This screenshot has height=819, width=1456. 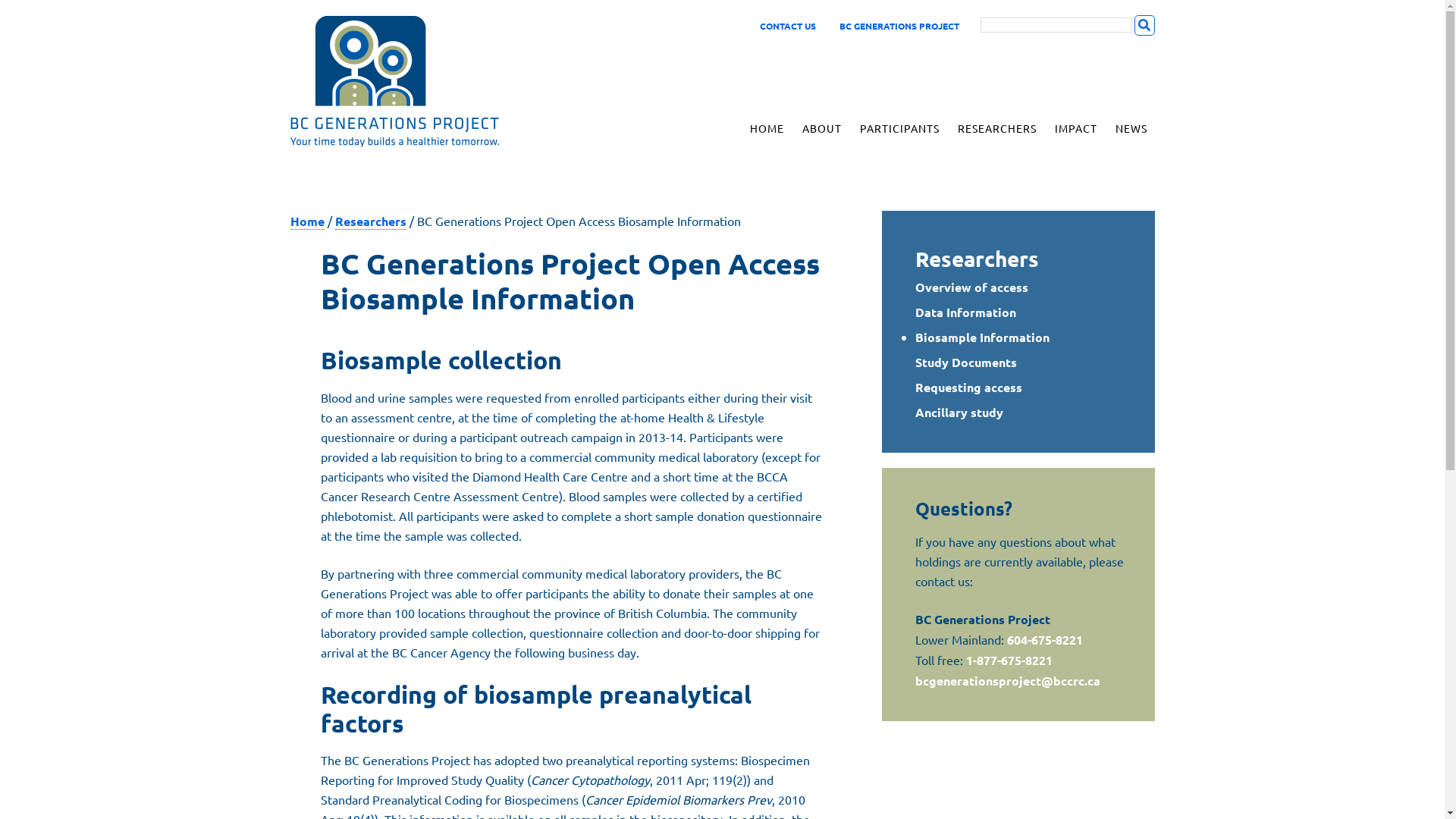 What do you see at coordinates (1008, 679) in the screenshot?
I see `'bcgenerationsproject@bccrc.ca'` at bounding box center [1008, 679].